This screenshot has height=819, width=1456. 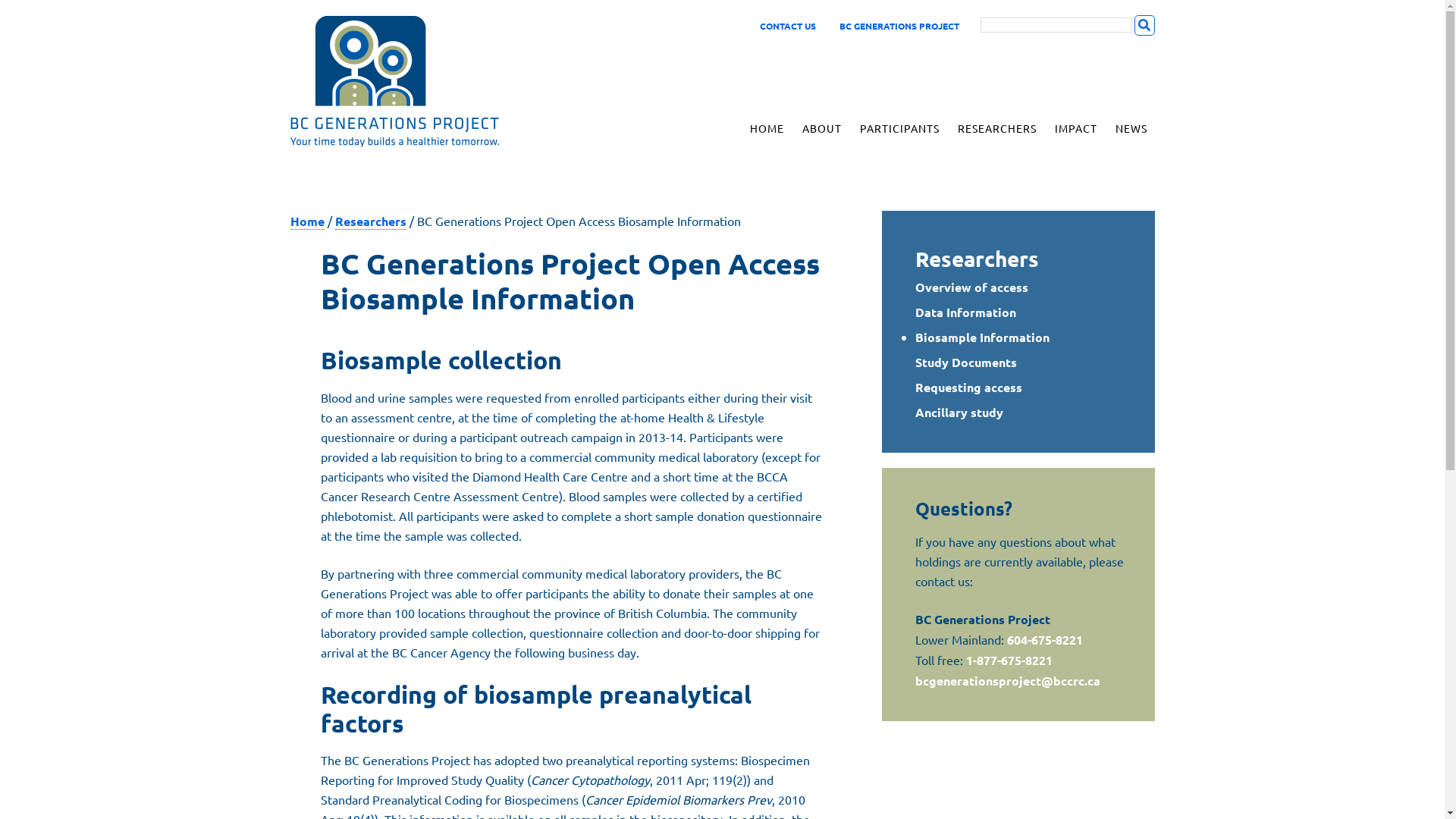 What do you see at coordinates (1008, 679) in the screenshot?
I see `'bcgenerationsproject@bccrc.ca'` at bounding box center [1008, 679].